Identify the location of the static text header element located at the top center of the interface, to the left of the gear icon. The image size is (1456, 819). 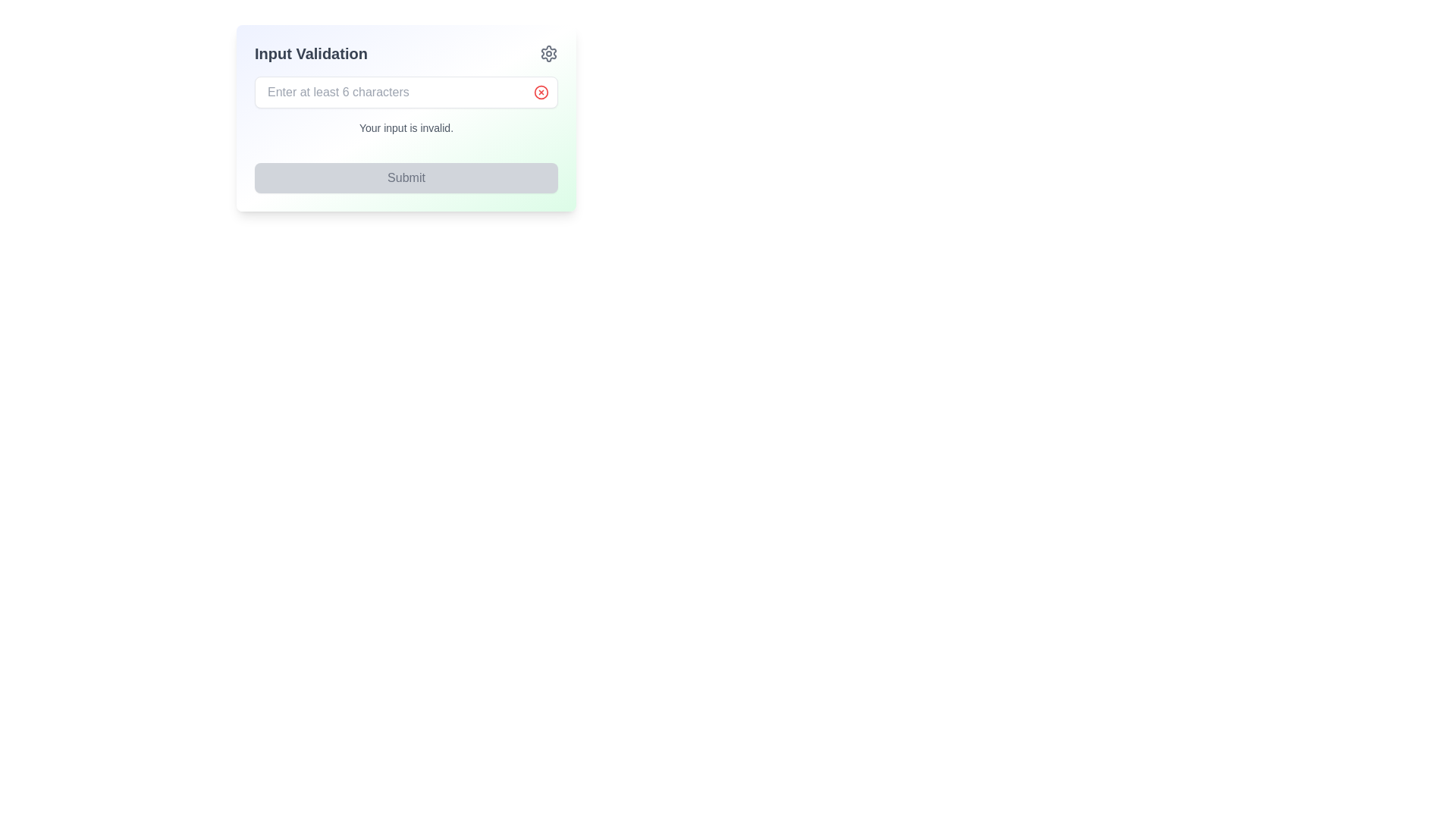
(310, 52).